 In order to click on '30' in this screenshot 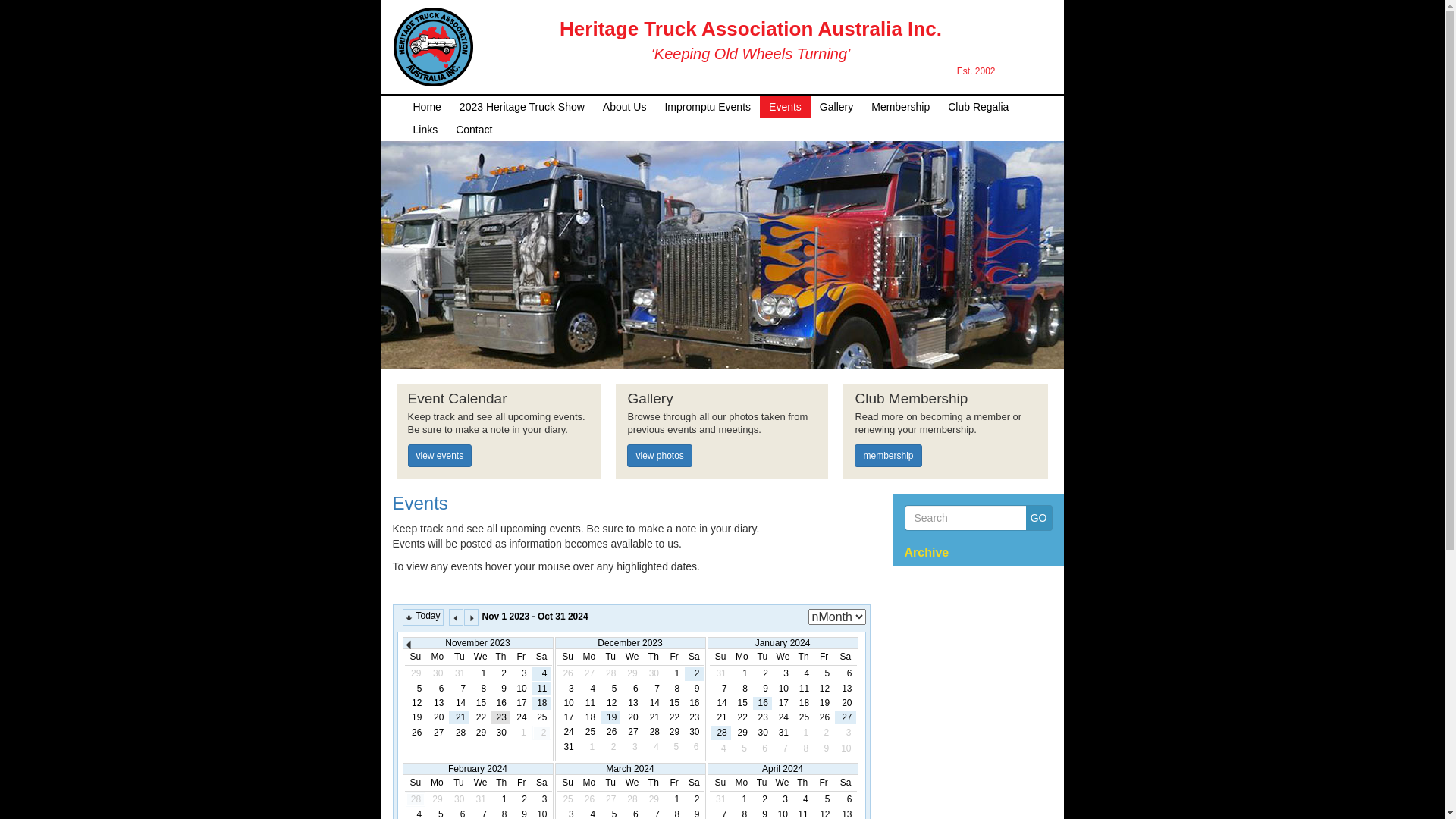, I will do `click(491, 732)`.